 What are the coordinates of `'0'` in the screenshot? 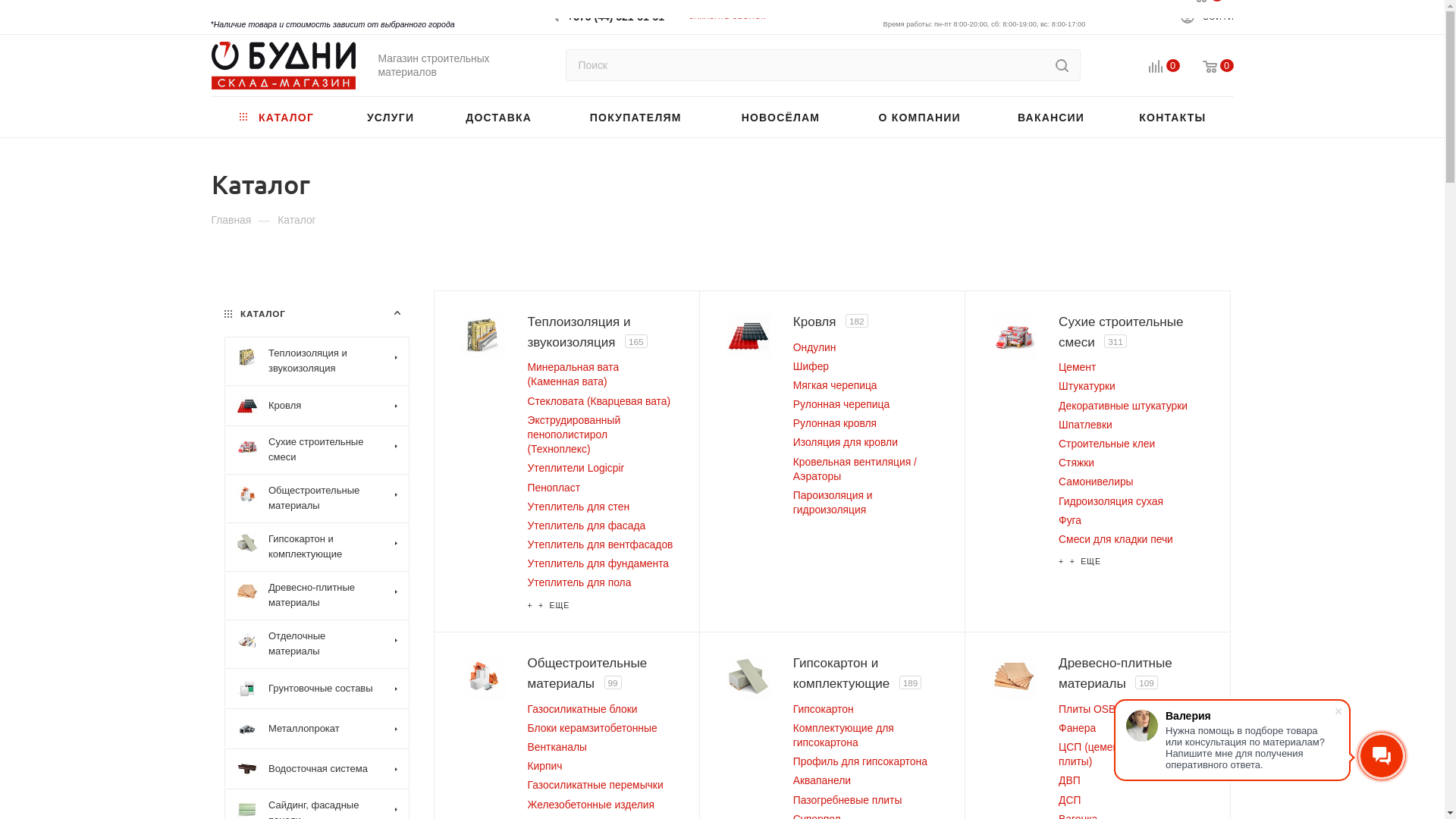 It's located at (1206, 66).